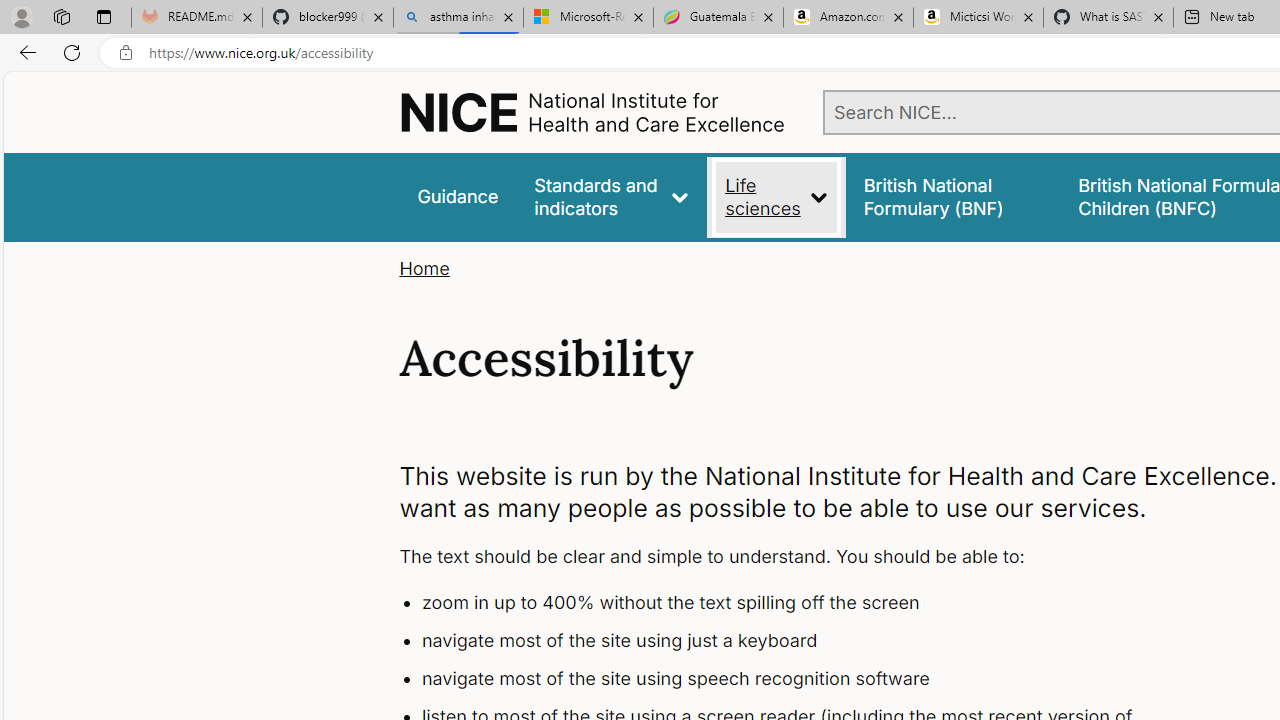 The image size is (1280, 720). What do you see at coordinates (457, 17) in the screenshot?
I see `'asthma inhaler - Search'` at bounding box center [457, 17].